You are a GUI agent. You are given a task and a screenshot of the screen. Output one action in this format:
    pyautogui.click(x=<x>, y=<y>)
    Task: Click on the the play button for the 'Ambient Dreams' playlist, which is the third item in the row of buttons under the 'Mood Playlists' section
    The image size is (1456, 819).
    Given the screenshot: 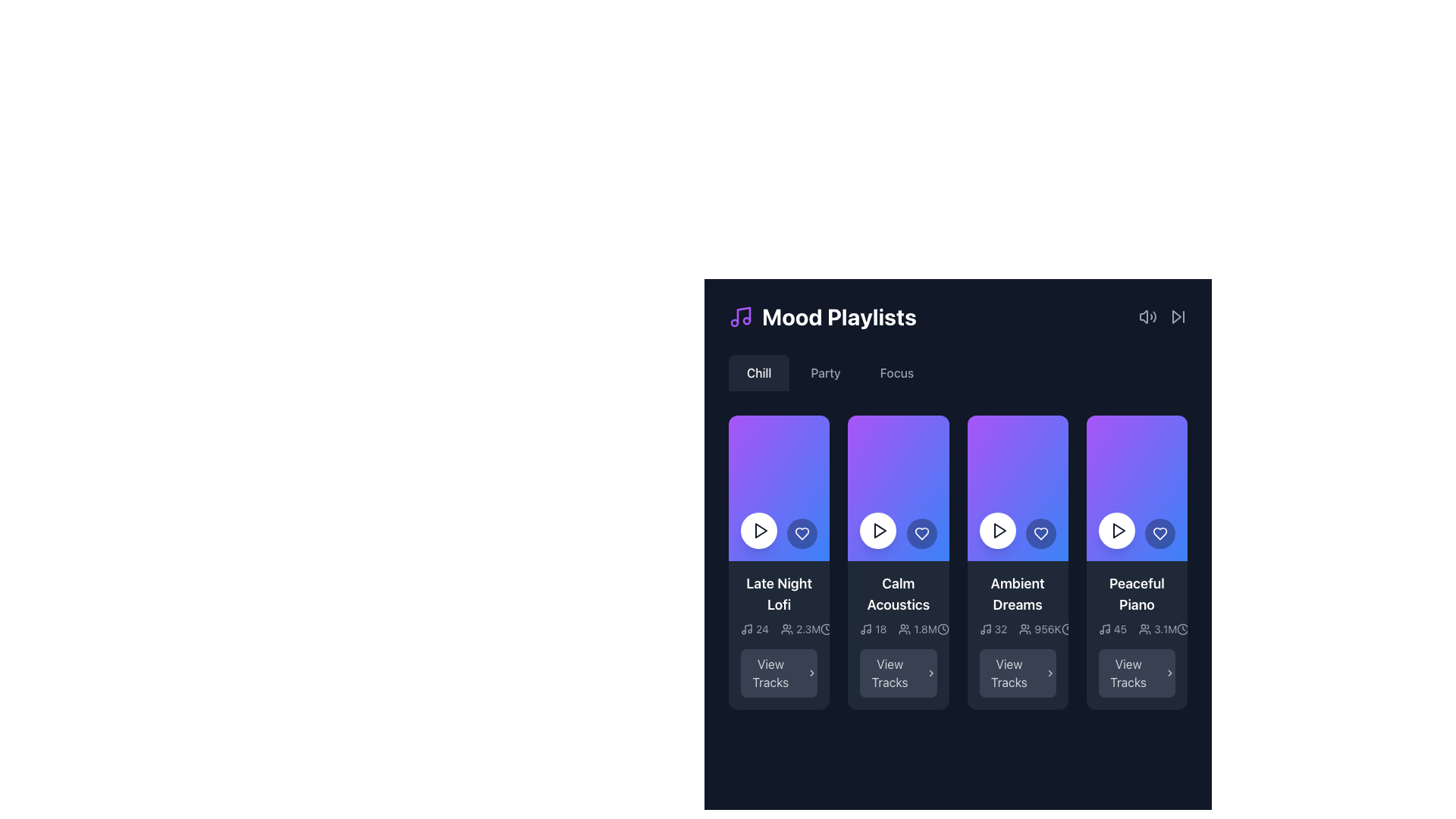 What is the action you would take?
    pyautogui.click(x=999, y=529)
    